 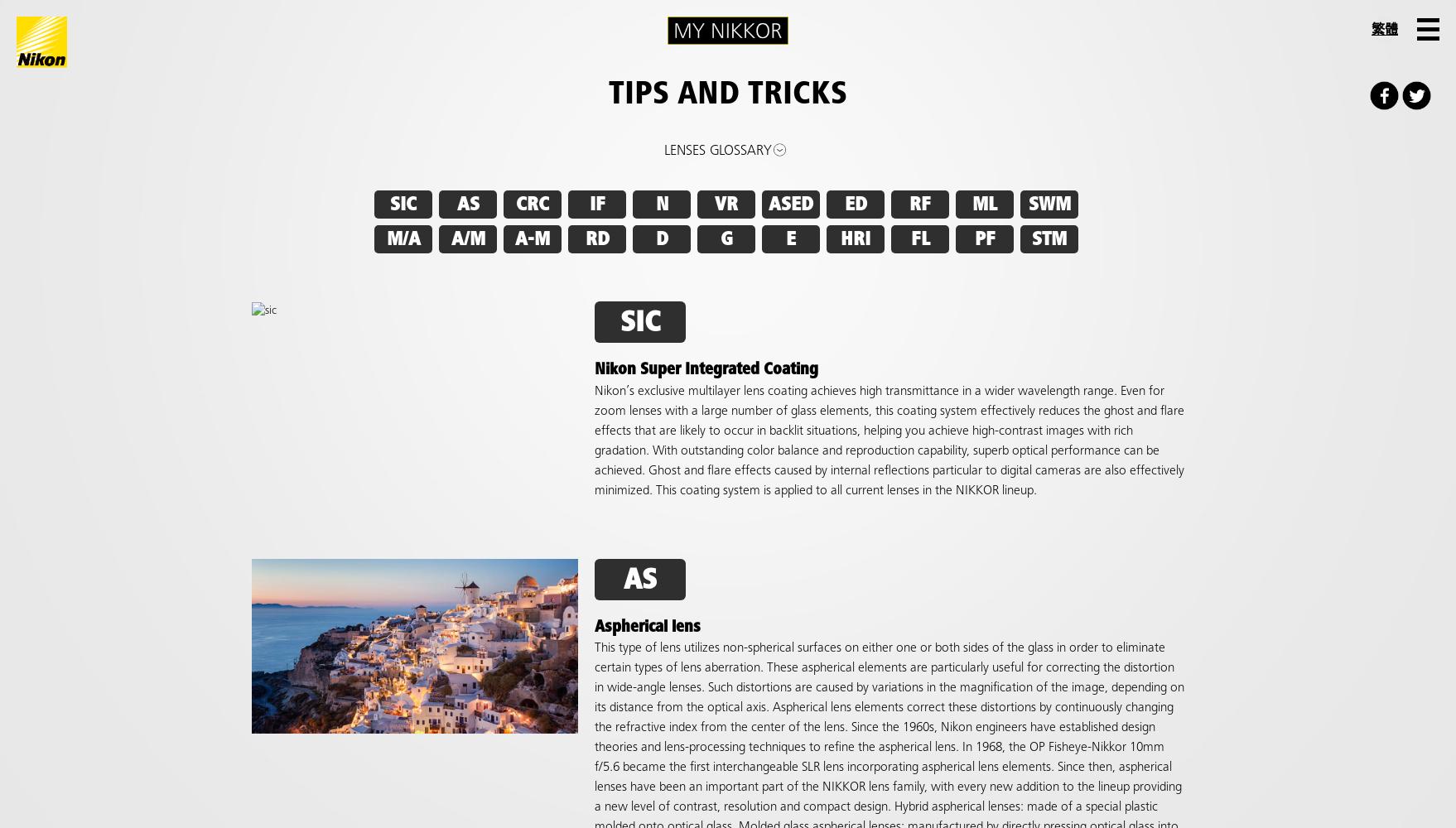 I want to click on 'A-M', so click(x=514, y=239).